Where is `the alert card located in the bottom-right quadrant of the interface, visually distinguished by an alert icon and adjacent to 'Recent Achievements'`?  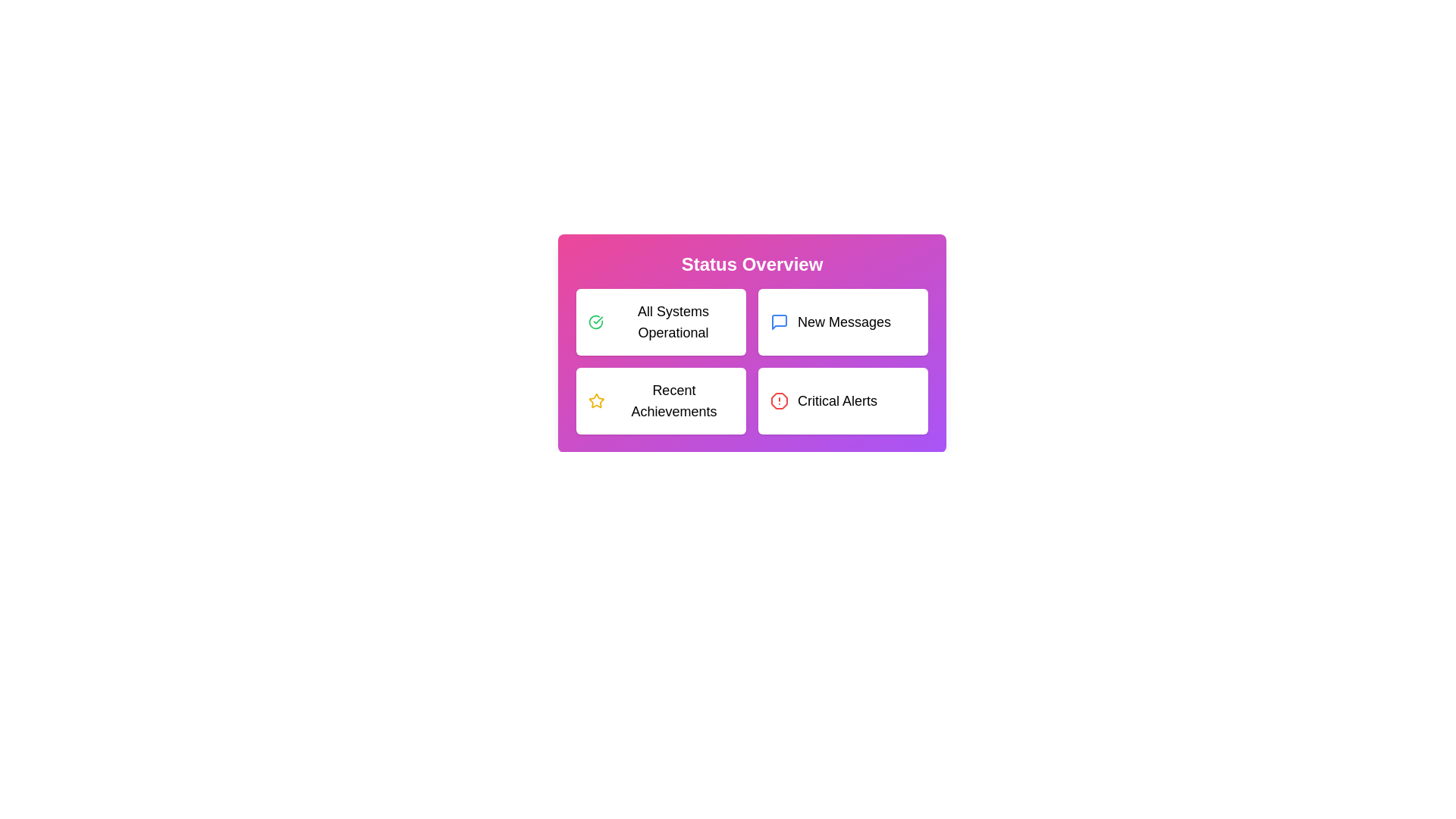 the alert card located in the bottom-right quadrant of the interface, visually distinguished by an alert icon and adjacent to 'Recent Achievements' is located at coordinates (843, 400).